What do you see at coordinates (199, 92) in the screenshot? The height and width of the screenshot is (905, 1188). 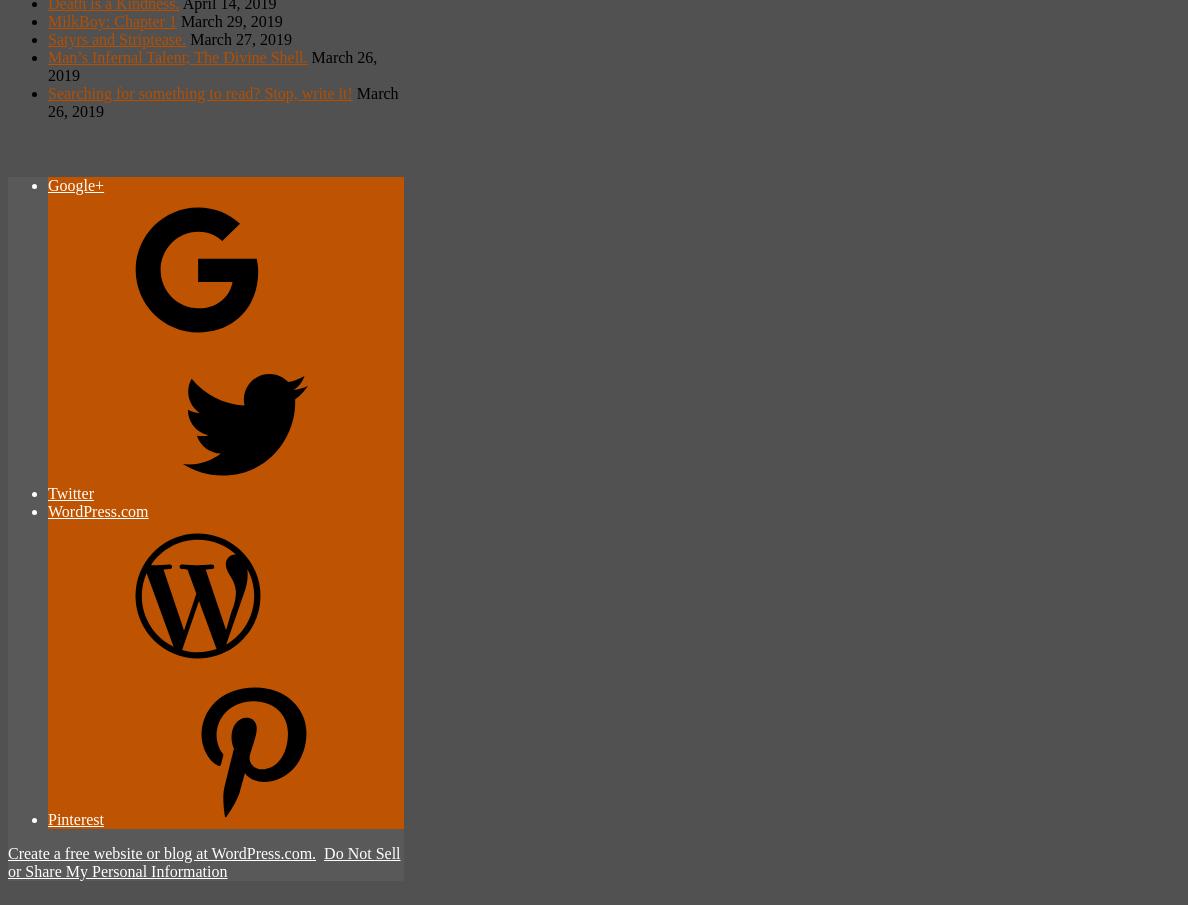 I see `'Searching for something to read? Stop, write it!'` at bounding box center [199, 92].